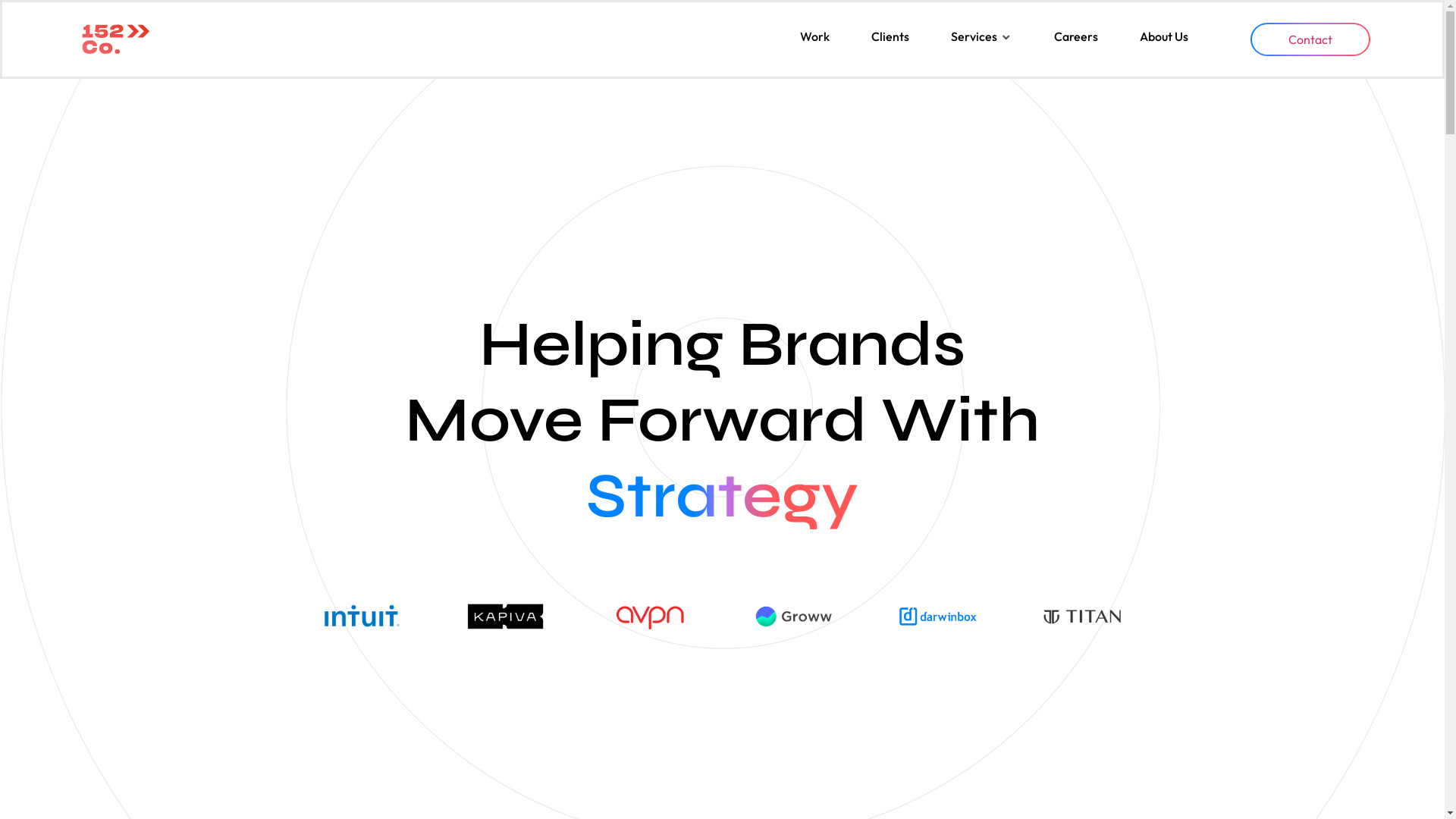  Describe the element at coordinates (1310, 39) in the screenshot. I see `'Contact'` at that location.